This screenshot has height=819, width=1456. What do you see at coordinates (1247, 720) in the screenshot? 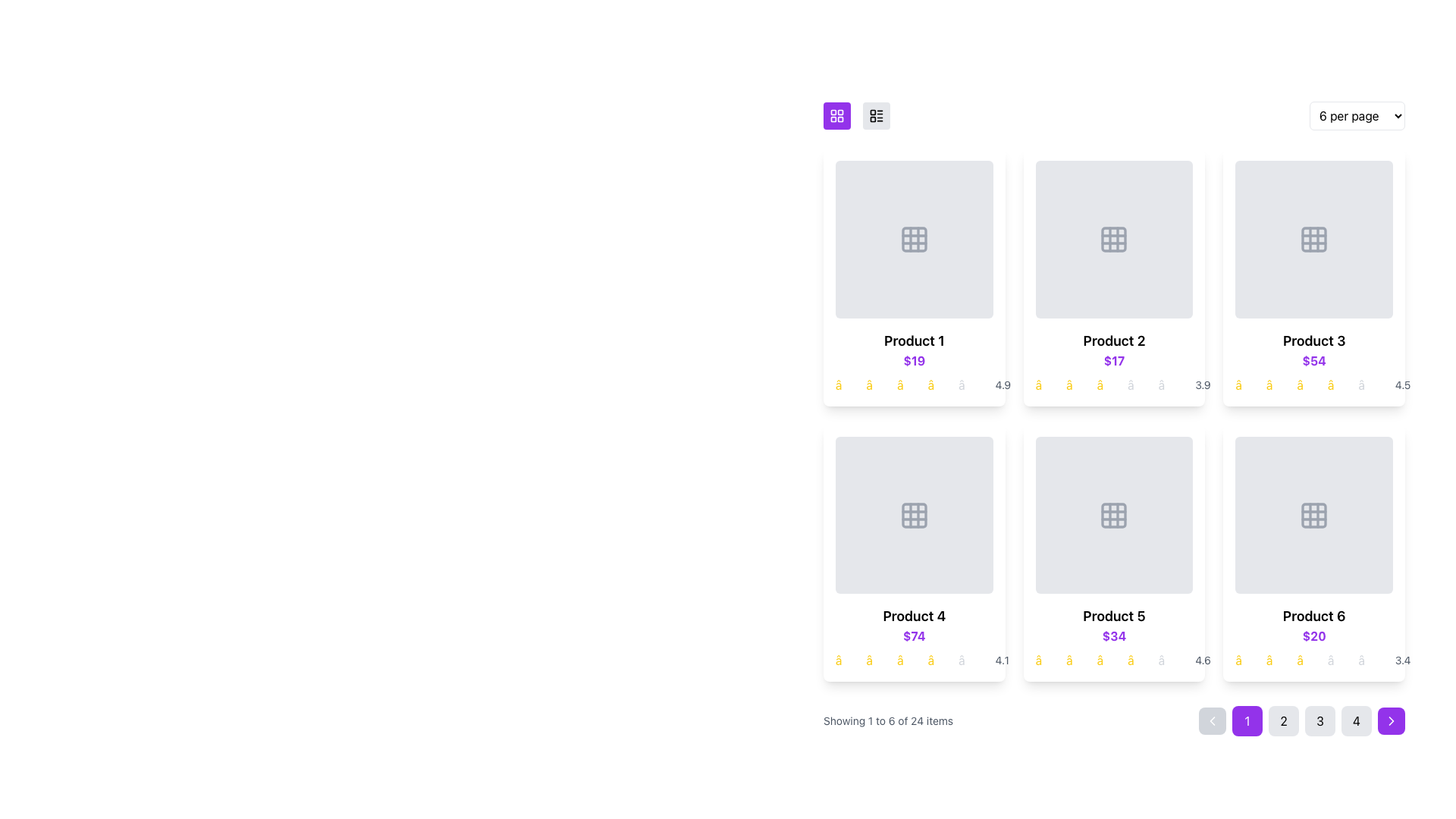
I see `the purple circular button with a white numeral '1'` at bounding box center [1247, 720].